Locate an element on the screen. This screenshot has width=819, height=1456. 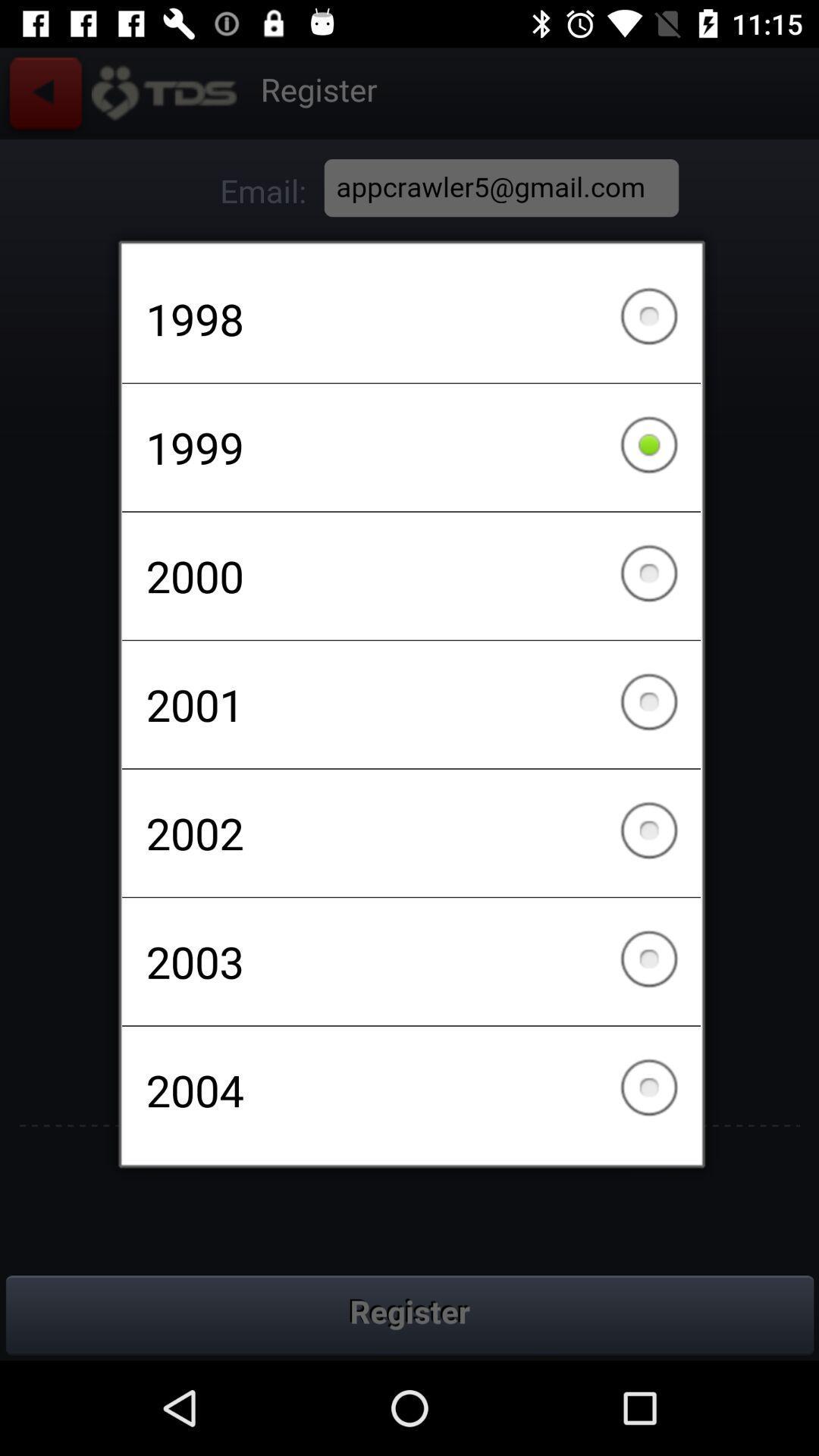
the checkbox below the 2000 checkbox is located at coordinates (411, 704).